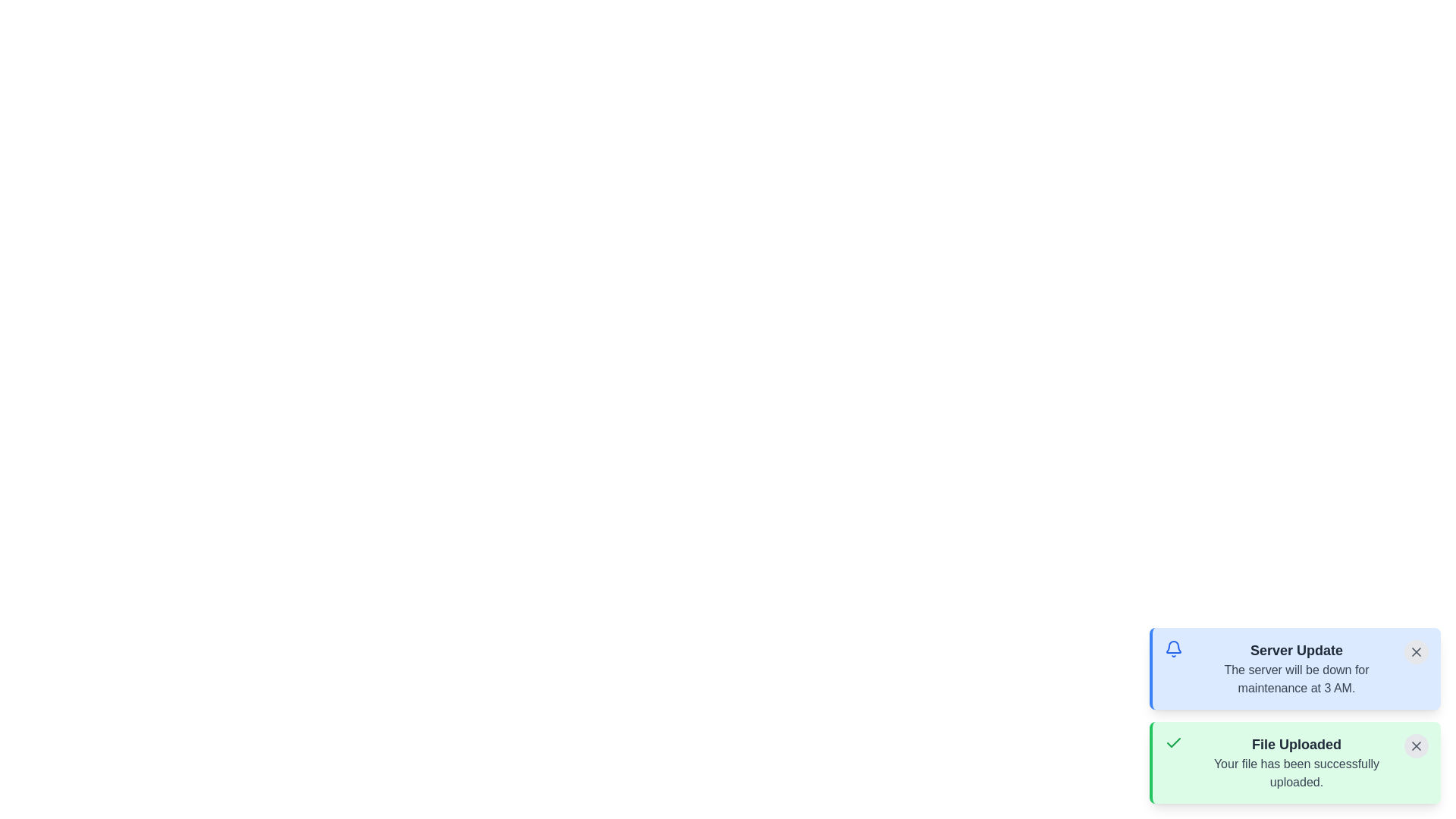 This screenshot has height=819, width=1456. Describe the element at coordinates (1295, 678) in the screenshot. I see `the text label that displays the message 'The server will be down for maintenance at 3 AM.' located in the notification card under the title 'Server Update'` at that location.